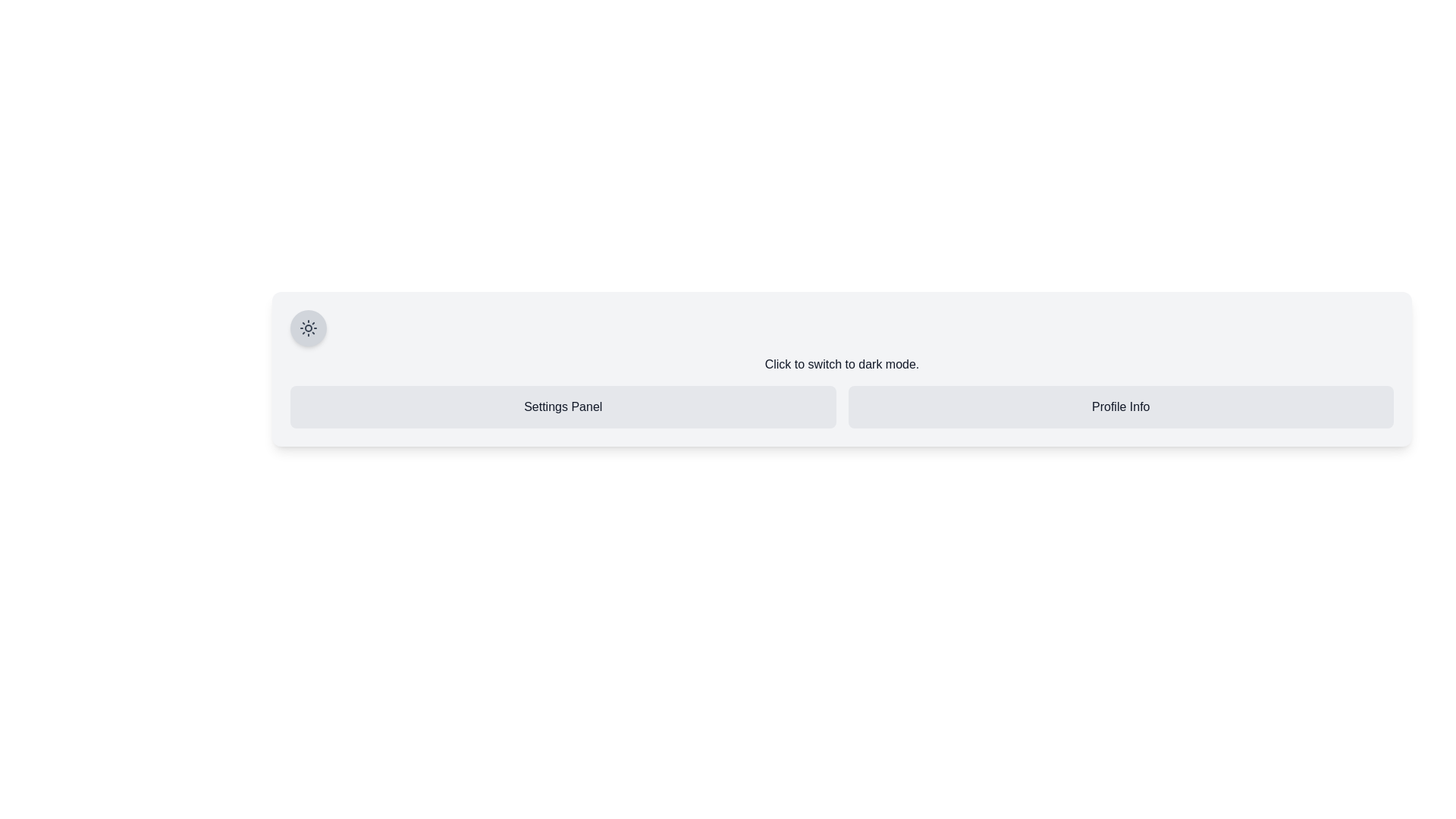 Image resolution: width=1456 pixels, height=819 pixels. What do you see at coordinates (308, 327) in the screenshot?
I see `the circular button with a sun icon, which has a gray background and is located in the top-left corner of the panel` at bounding box center [308, 327].